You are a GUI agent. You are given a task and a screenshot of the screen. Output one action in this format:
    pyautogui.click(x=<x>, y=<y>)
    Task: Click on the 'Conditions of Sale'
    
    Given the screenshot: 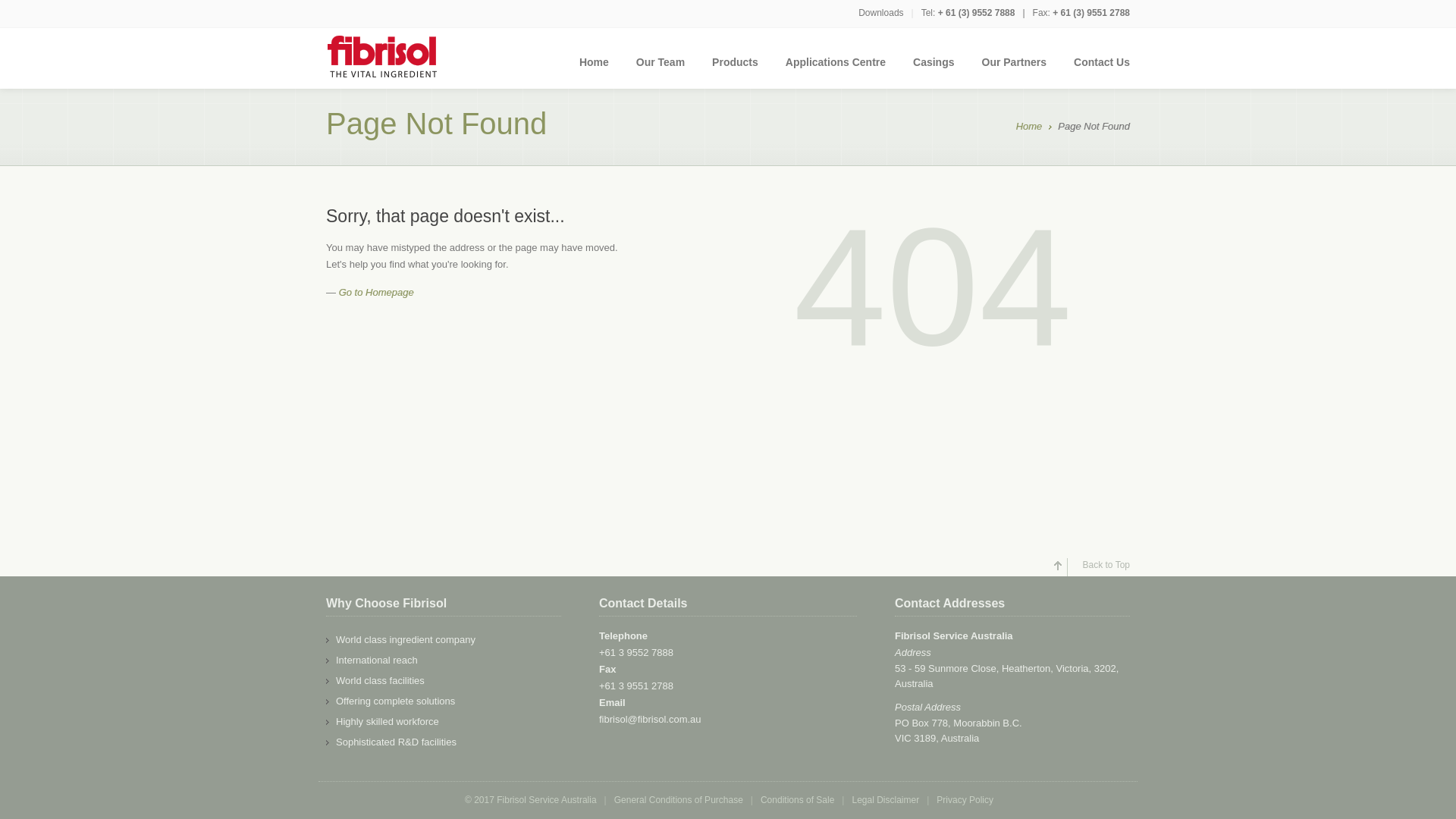 What is the action you would take?
    pyautogui.click(x=796, y=799)
    